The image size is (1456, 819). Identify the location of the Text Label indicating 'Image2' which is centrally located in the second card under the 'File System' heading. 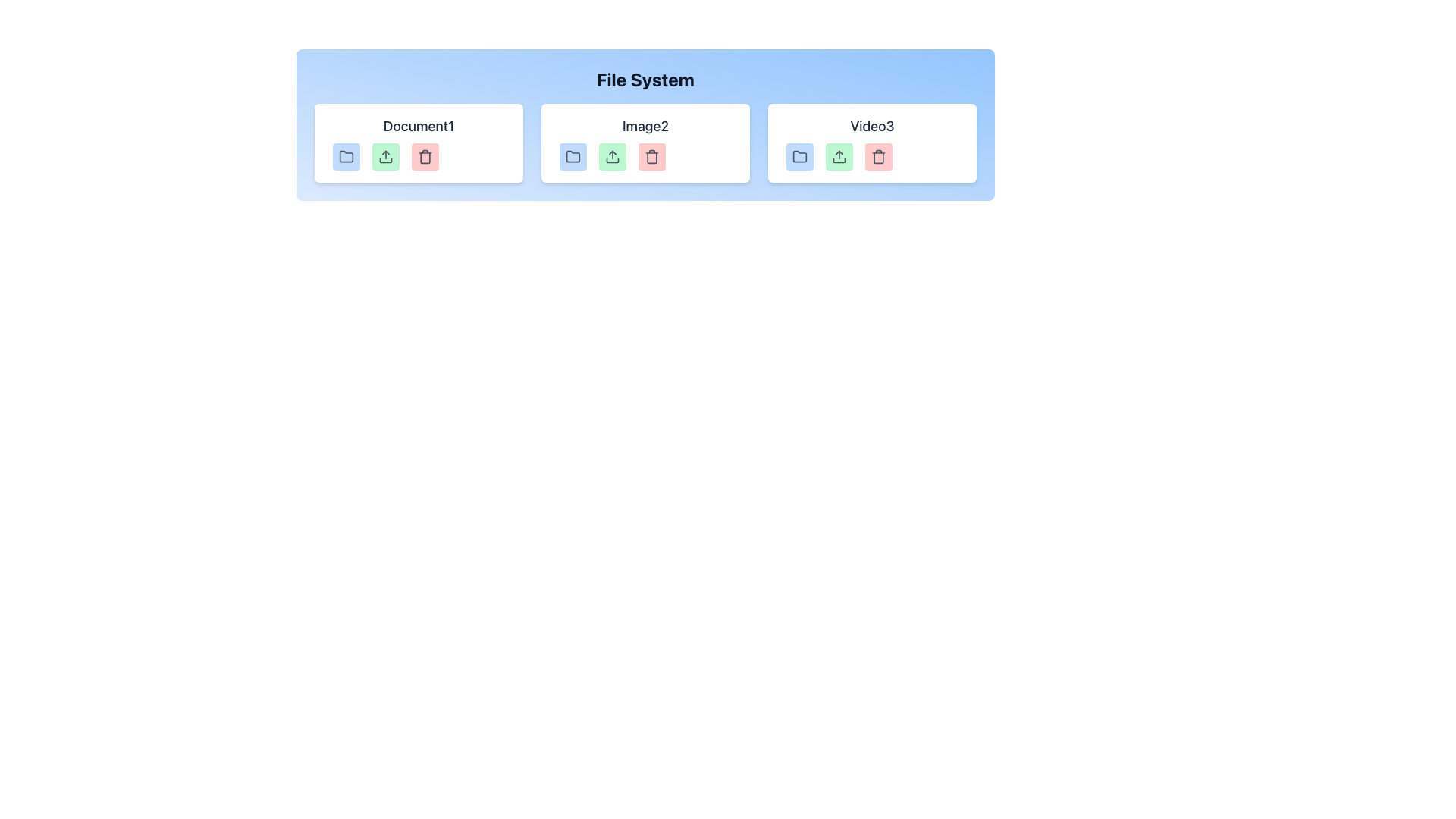
(645, 125).